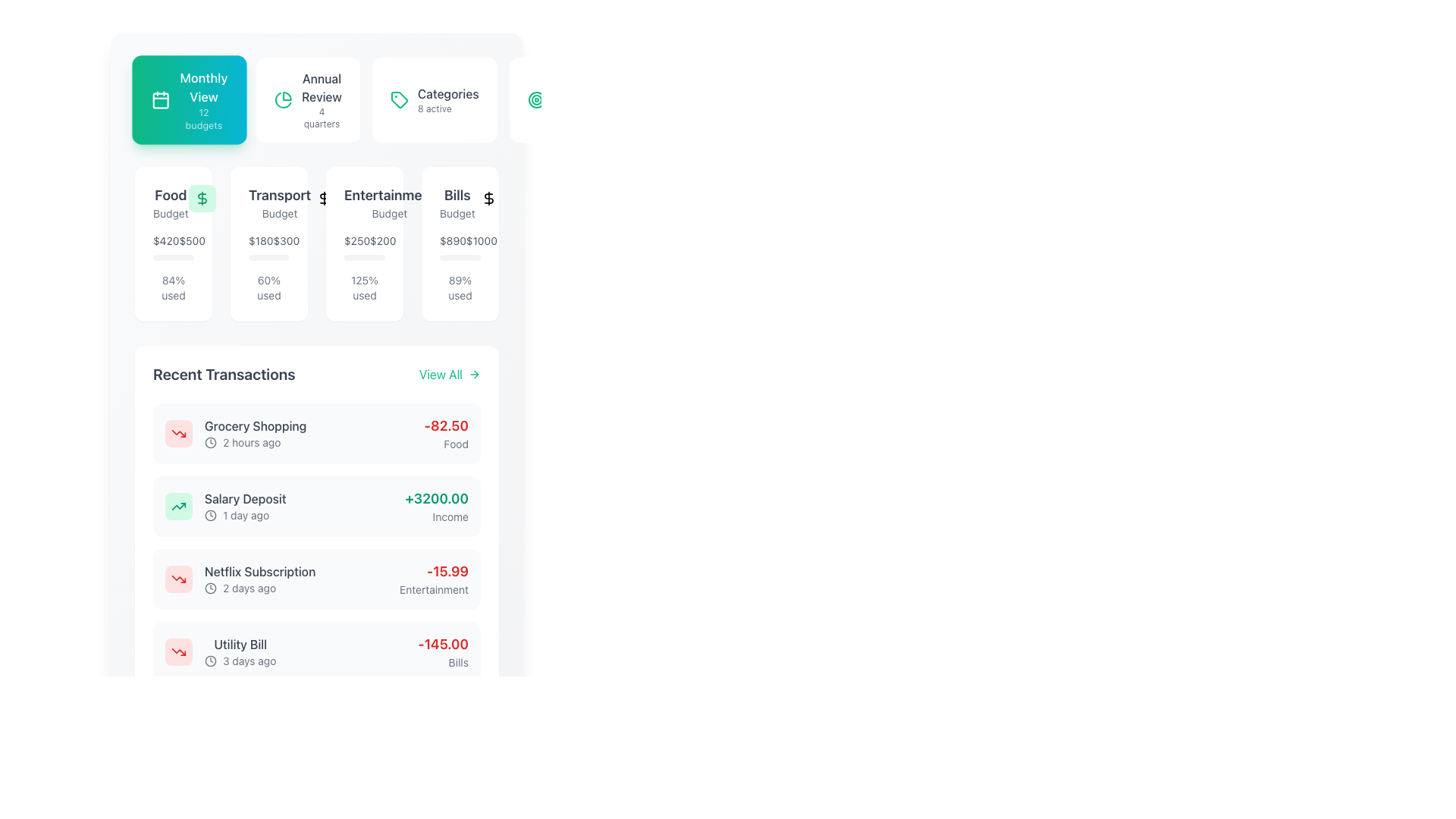 The image size is (1456, 819). What do you see at coordinates (434, 108) in the screenshot?
I see `the text label displaying '8 active', which is located beneath the 'Categories' heading in the top section of the interface` at bounding box center [434, 108].